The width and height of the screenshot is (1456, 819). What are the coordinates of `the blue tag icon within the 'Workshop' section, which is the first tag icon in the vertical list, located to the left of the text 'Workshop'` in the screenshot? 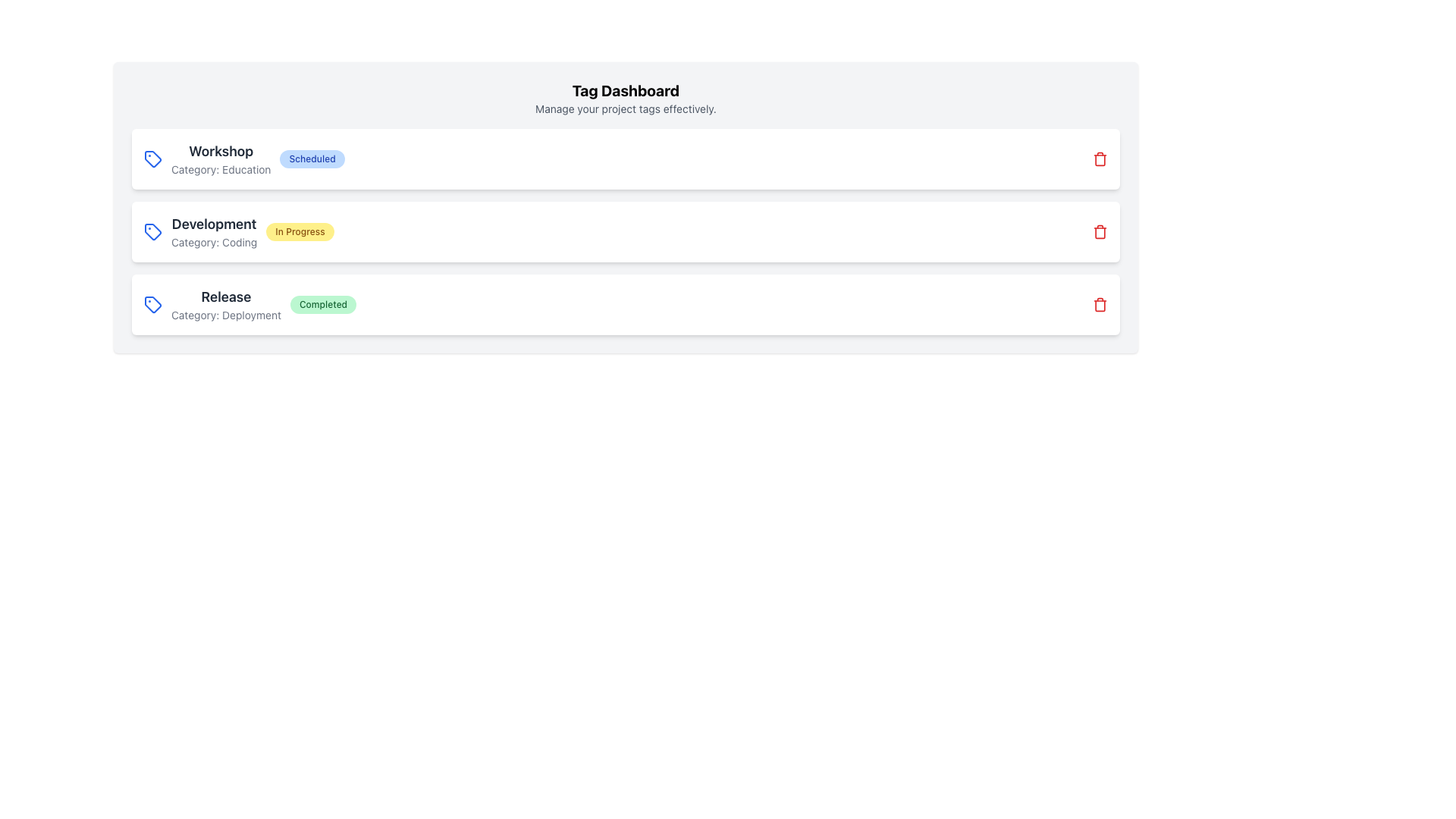 It's located at (152, 158).